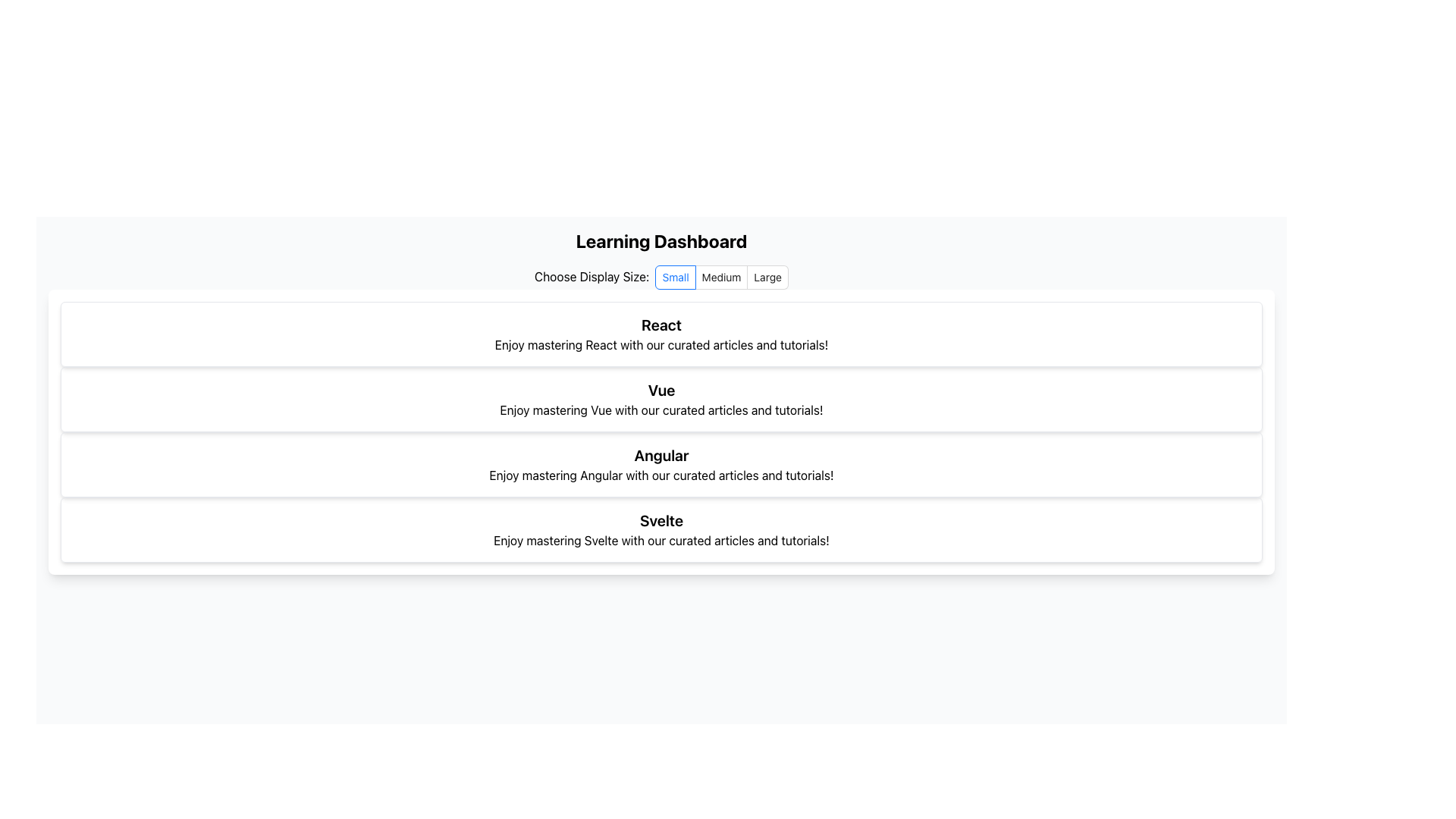 This screenshot has width=1456, height=819. What do you see at coordinates (768, 278) in the screenshot?
I see `the 'Large' radio button` at bounding box center [768, 278].